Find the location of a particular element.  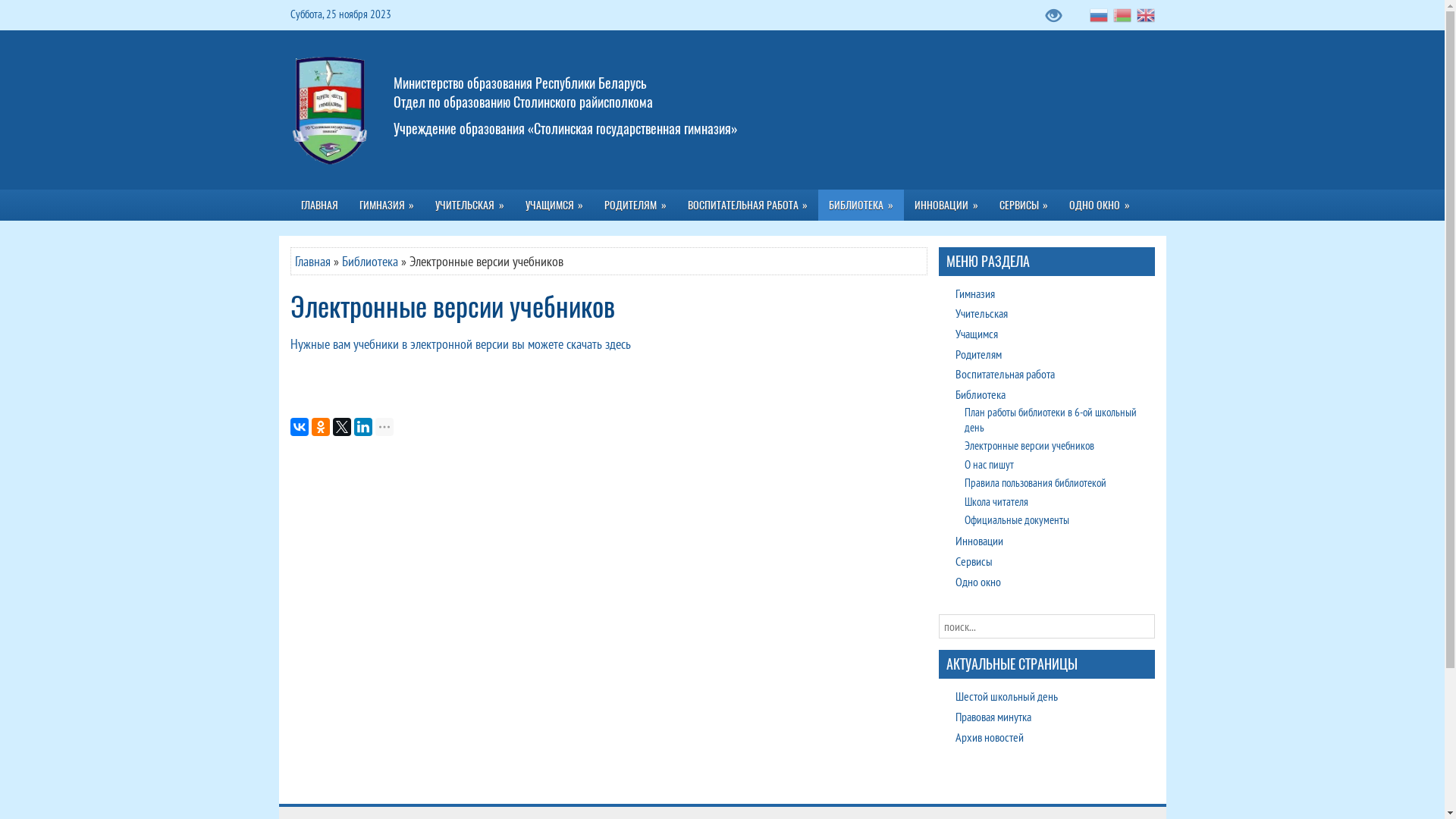

'LinkedIn' is located at coordinates (362, 427).